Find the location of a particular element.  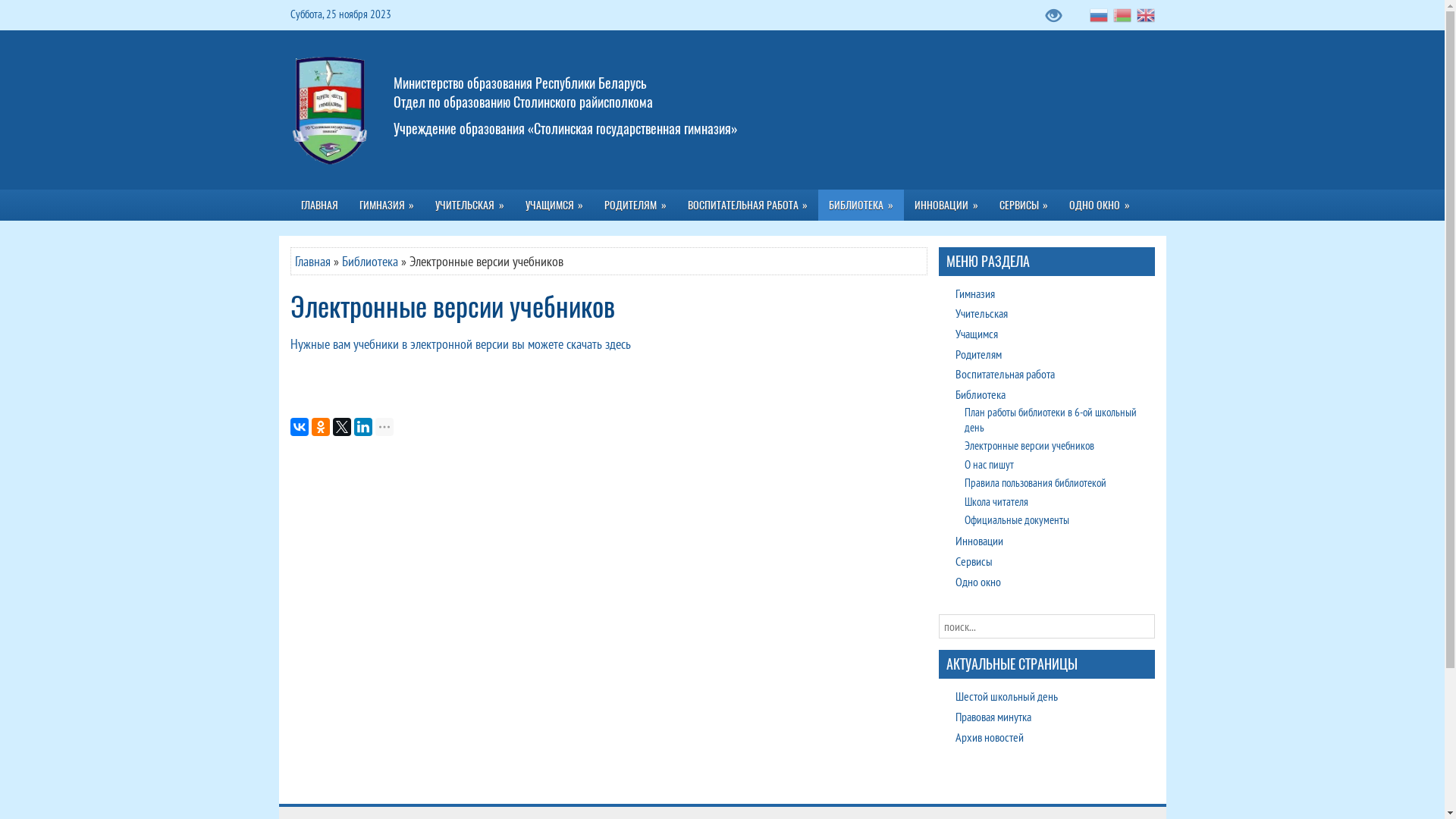

'LinkedIn' is located at coordinates (362, 427).